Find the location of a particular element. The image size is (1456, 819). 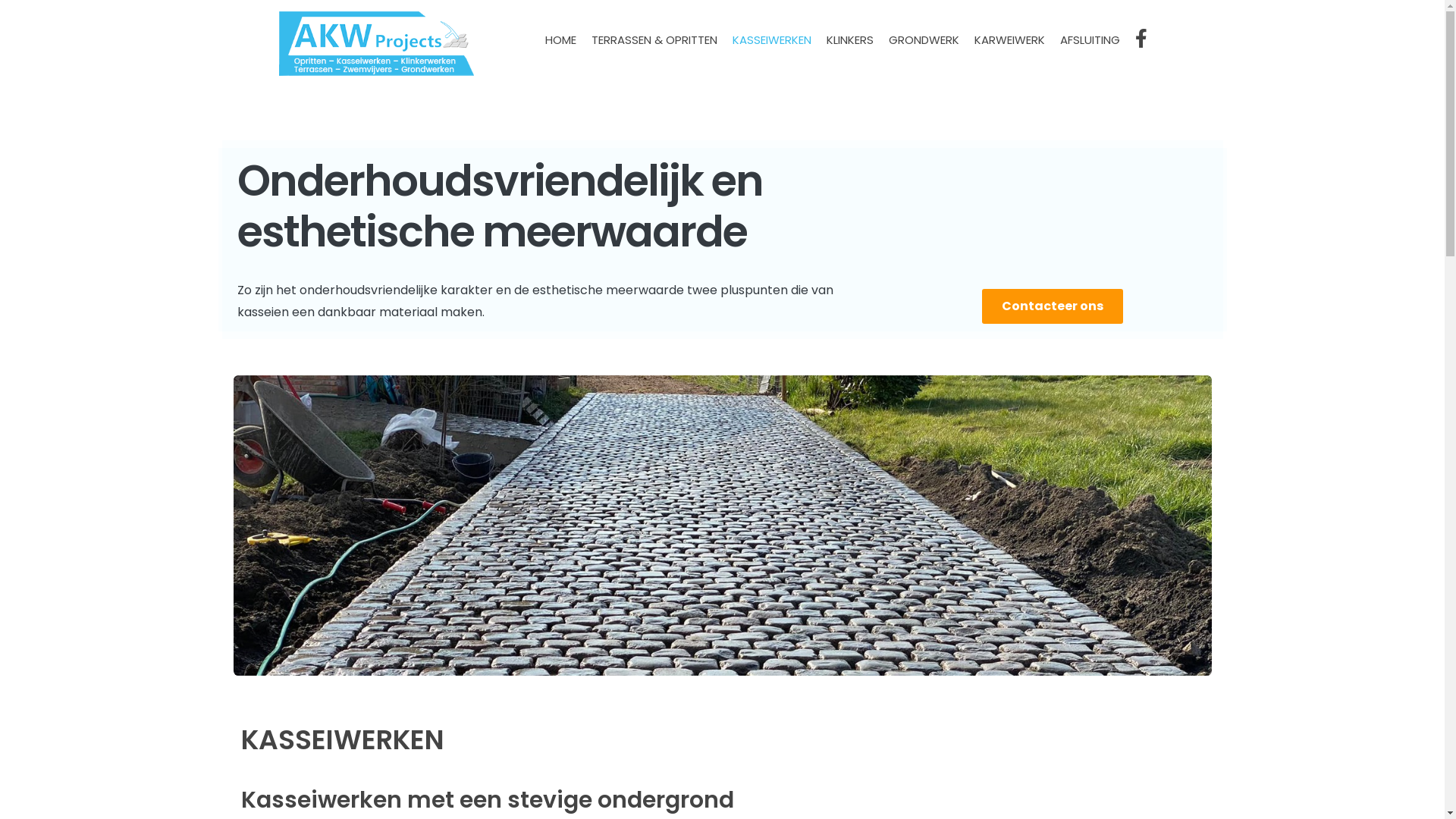

'HOME' is located at coordinates (559, 38).